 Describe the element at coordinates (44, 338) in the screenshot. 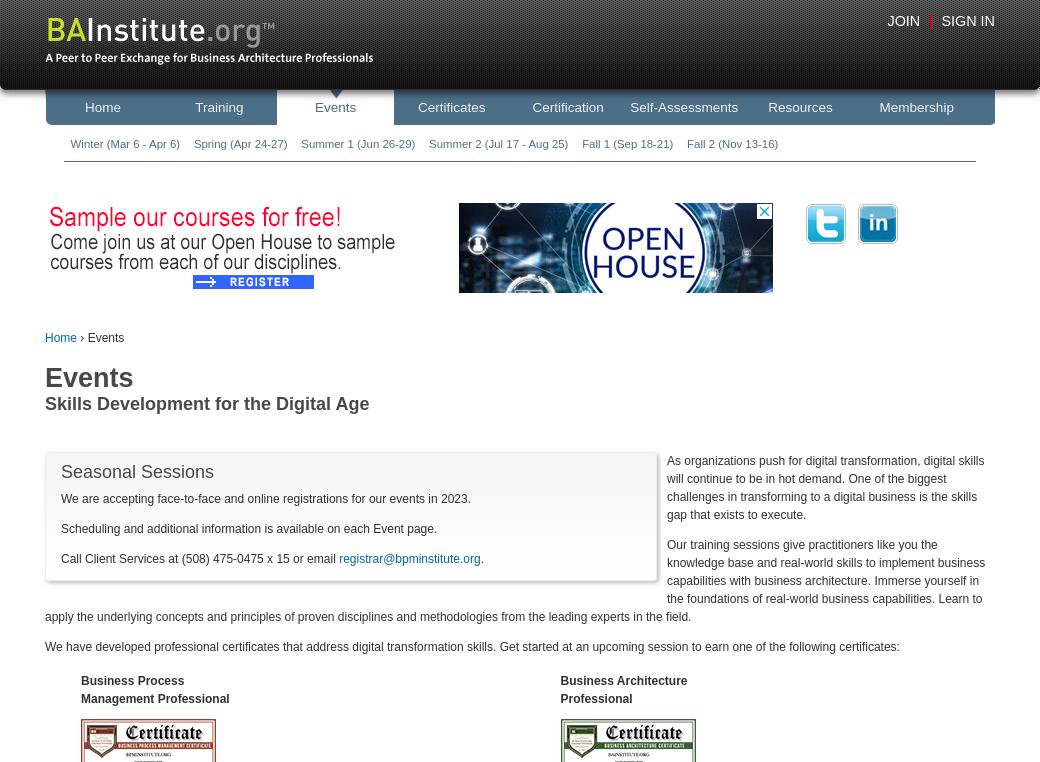

I see `'Home'` at that location.